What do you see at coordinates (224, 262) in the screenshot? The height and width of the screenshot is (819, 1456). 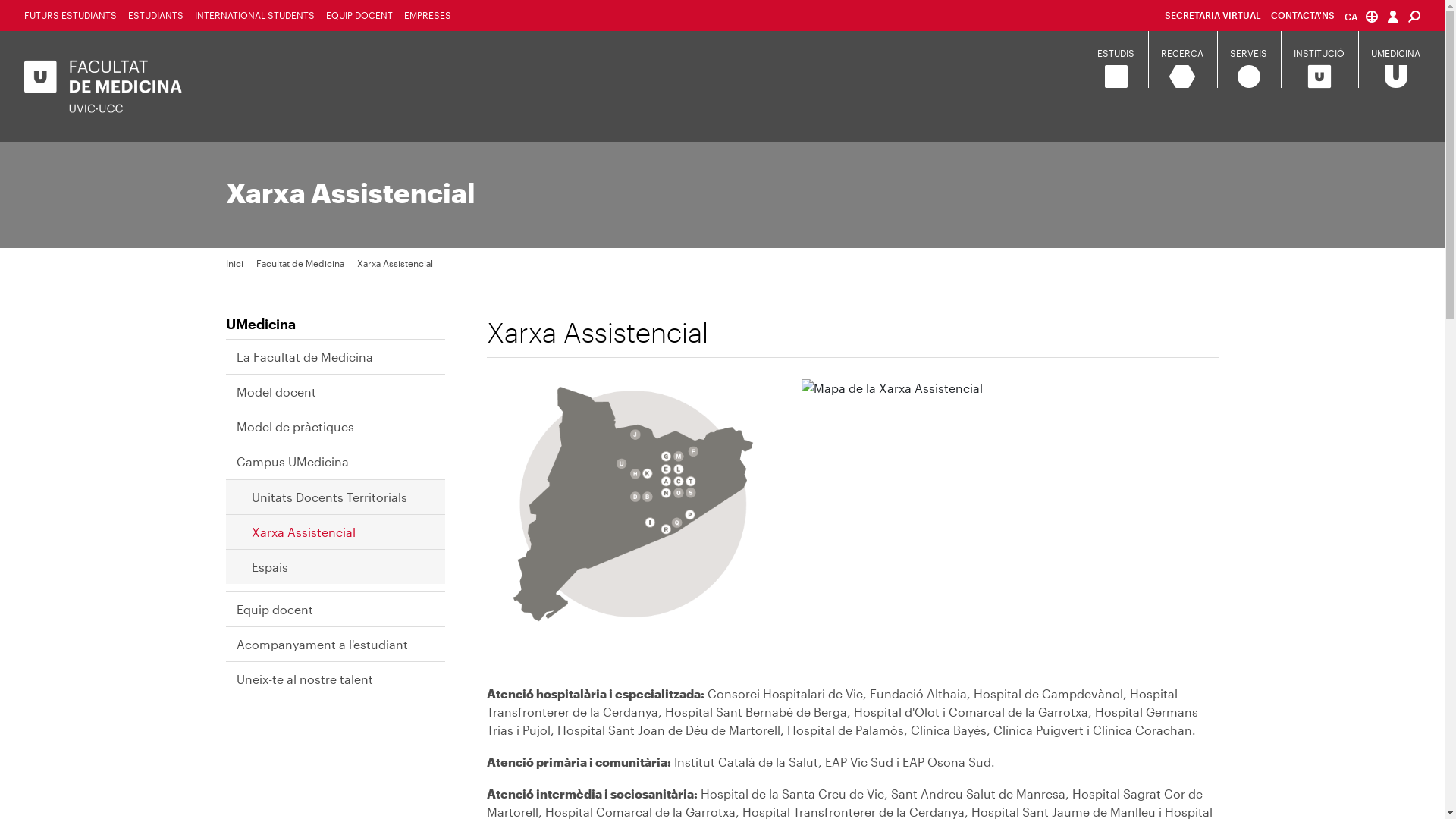 I see `'Inici'` at bounding box center [224, 262].